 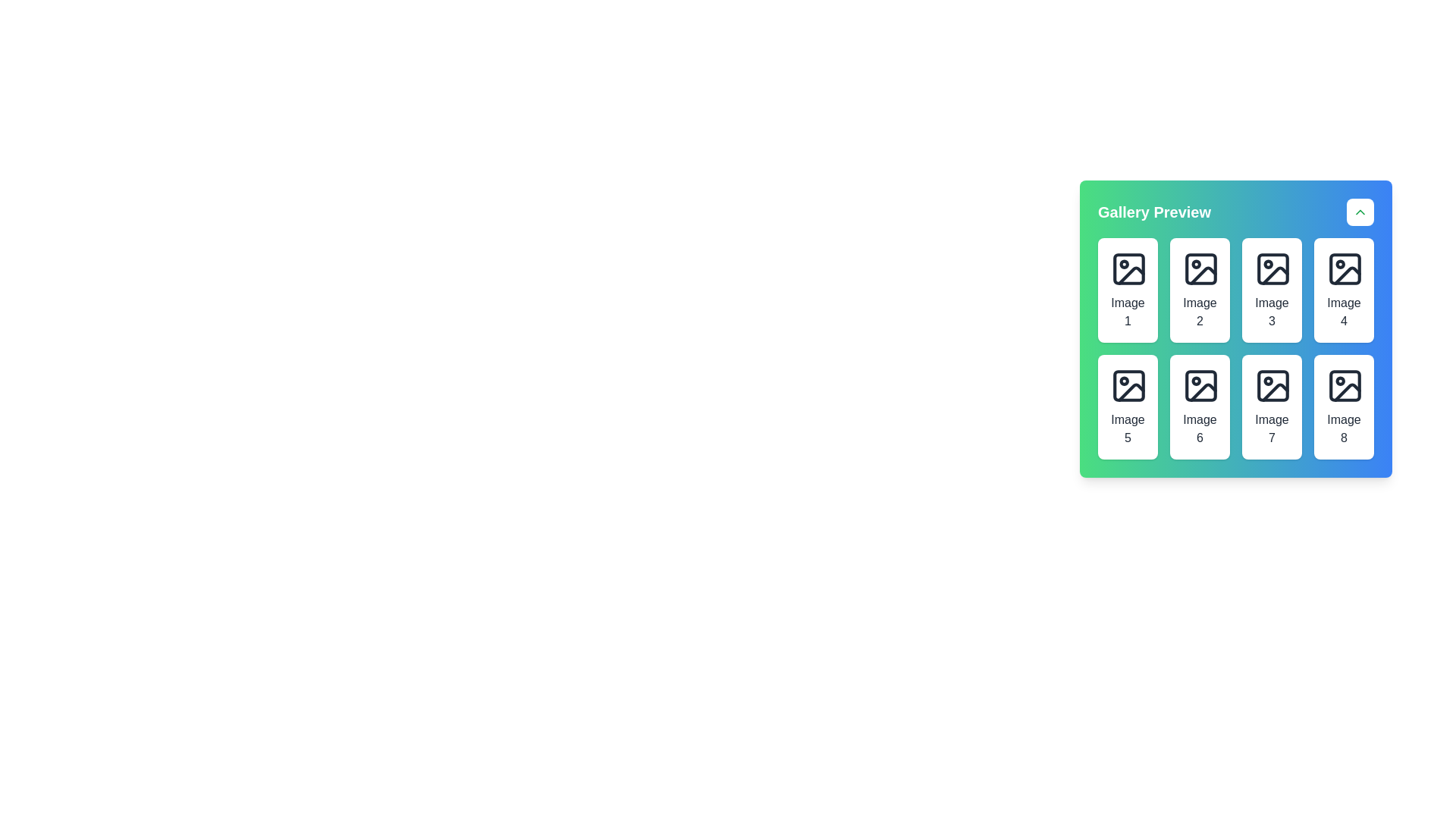 I want to click on the Image placeholder icon labeled 'Image 7' in the Gallery Preview section, so click(x=1273, y=385).